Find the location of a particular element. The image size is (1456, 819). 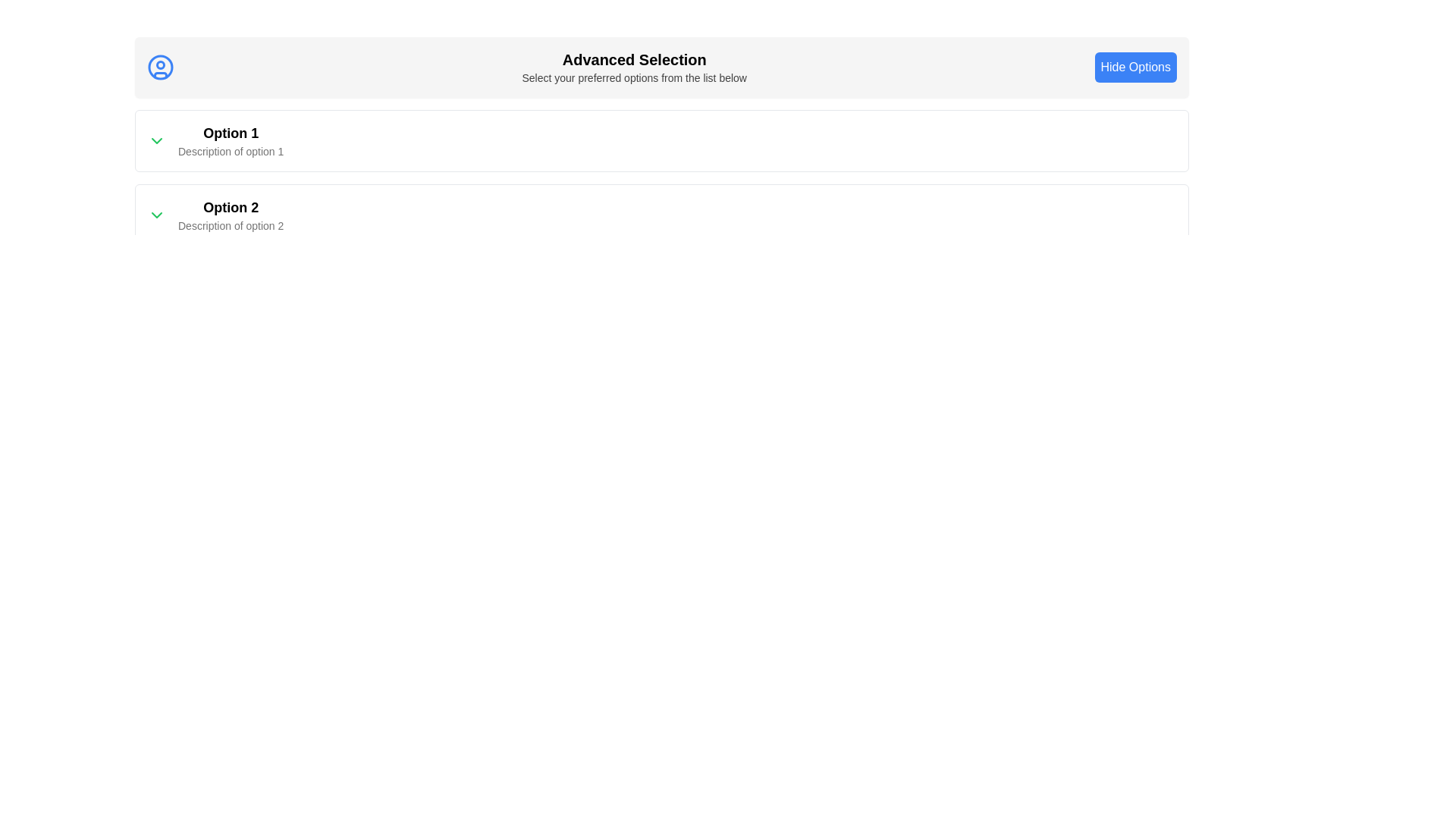

the circular shape that serves as a visual boundary for the user profile icon, located in the top-left region of the user interface is located at coordinates (160, 66).